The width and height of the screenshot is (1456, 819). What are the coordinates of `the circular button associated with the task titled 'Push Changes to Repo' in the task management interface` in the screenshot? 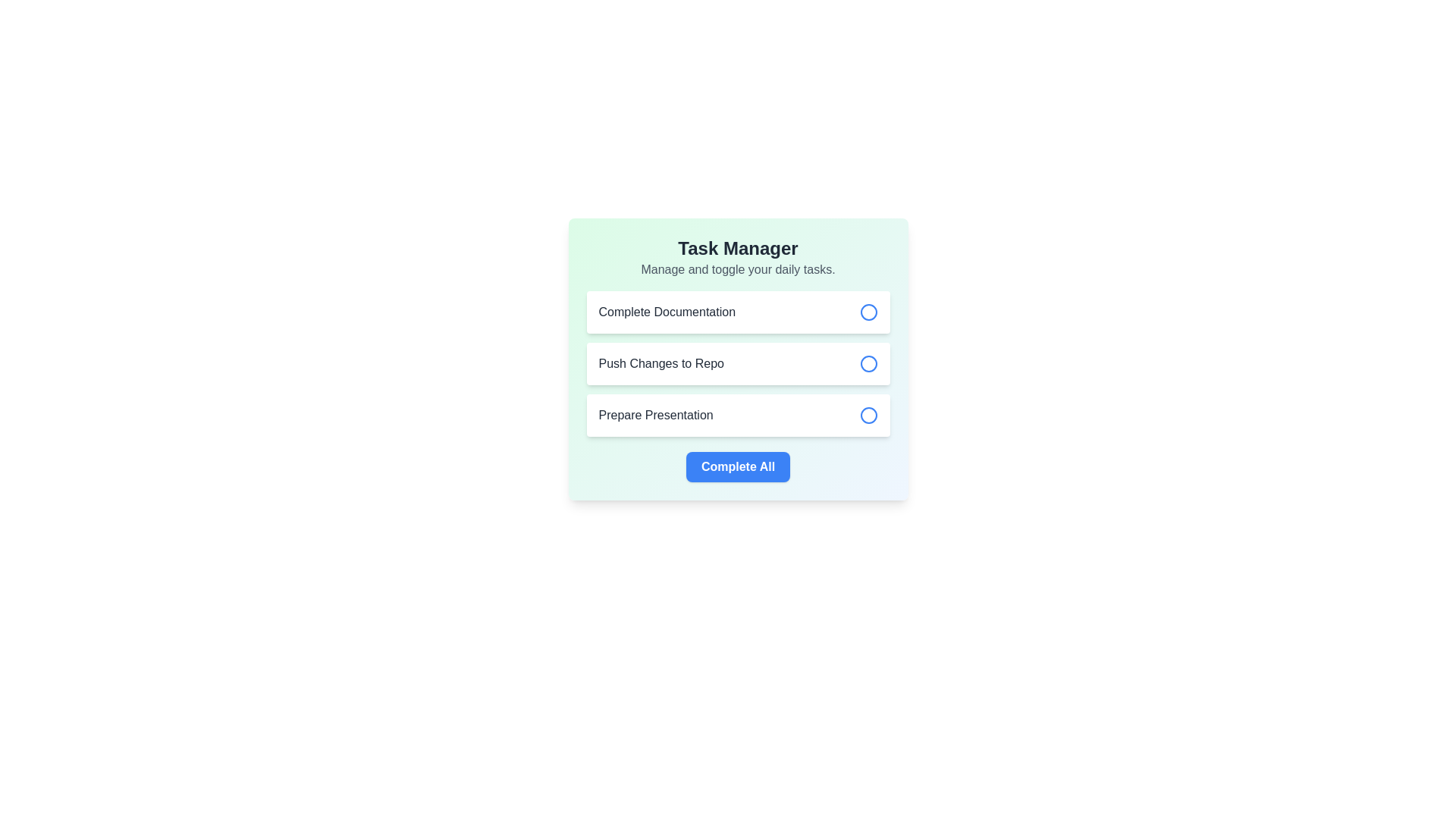 It's located at (738, 363).